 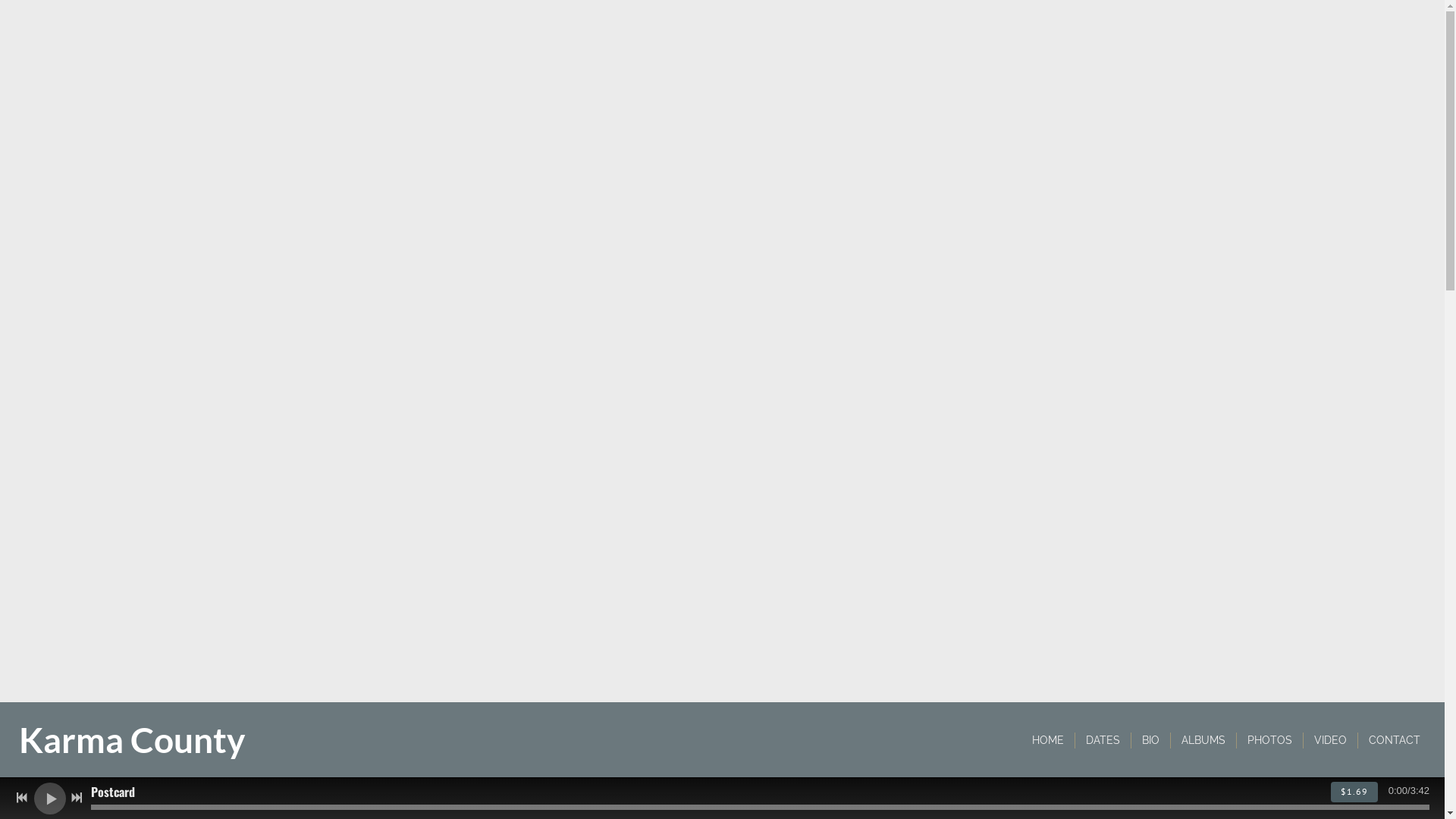 I want to click on 'PHOTOS', so click(x=1269, y=739).